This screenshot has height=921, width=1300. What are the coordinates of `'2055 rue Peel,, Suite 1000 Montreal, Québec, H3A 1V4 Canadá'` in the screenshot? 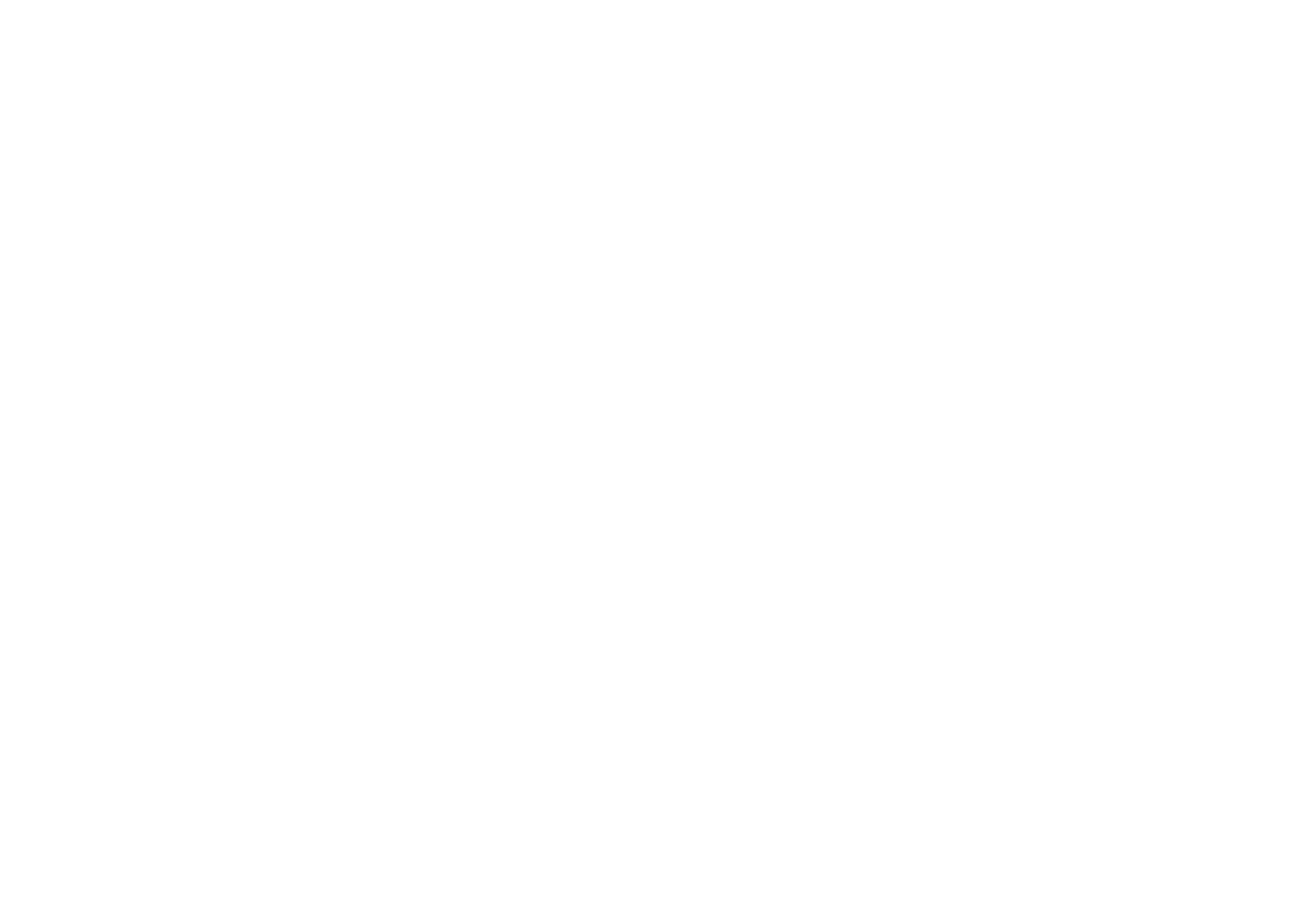 It's located at (400, 398).